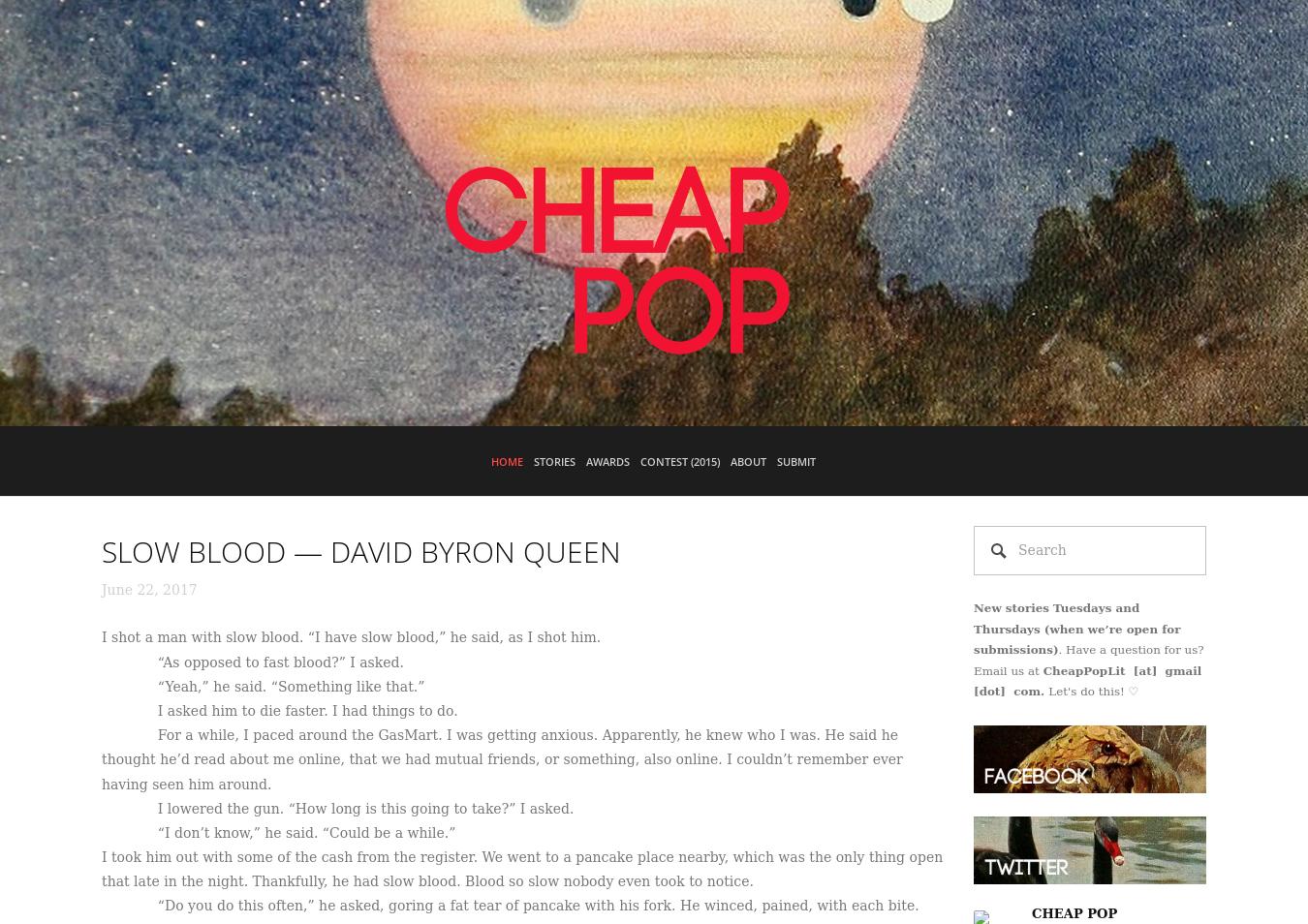 The image size is (1308, 924). I want to click on 'For a while, I paced around the GasMart. I was getting anxious. Apparently, he knew who I was. He said he thought he’d read about me online, that we had mutual friends, or something, also online. I couldn’t remember ever having seen him around.', so click(500, 758).